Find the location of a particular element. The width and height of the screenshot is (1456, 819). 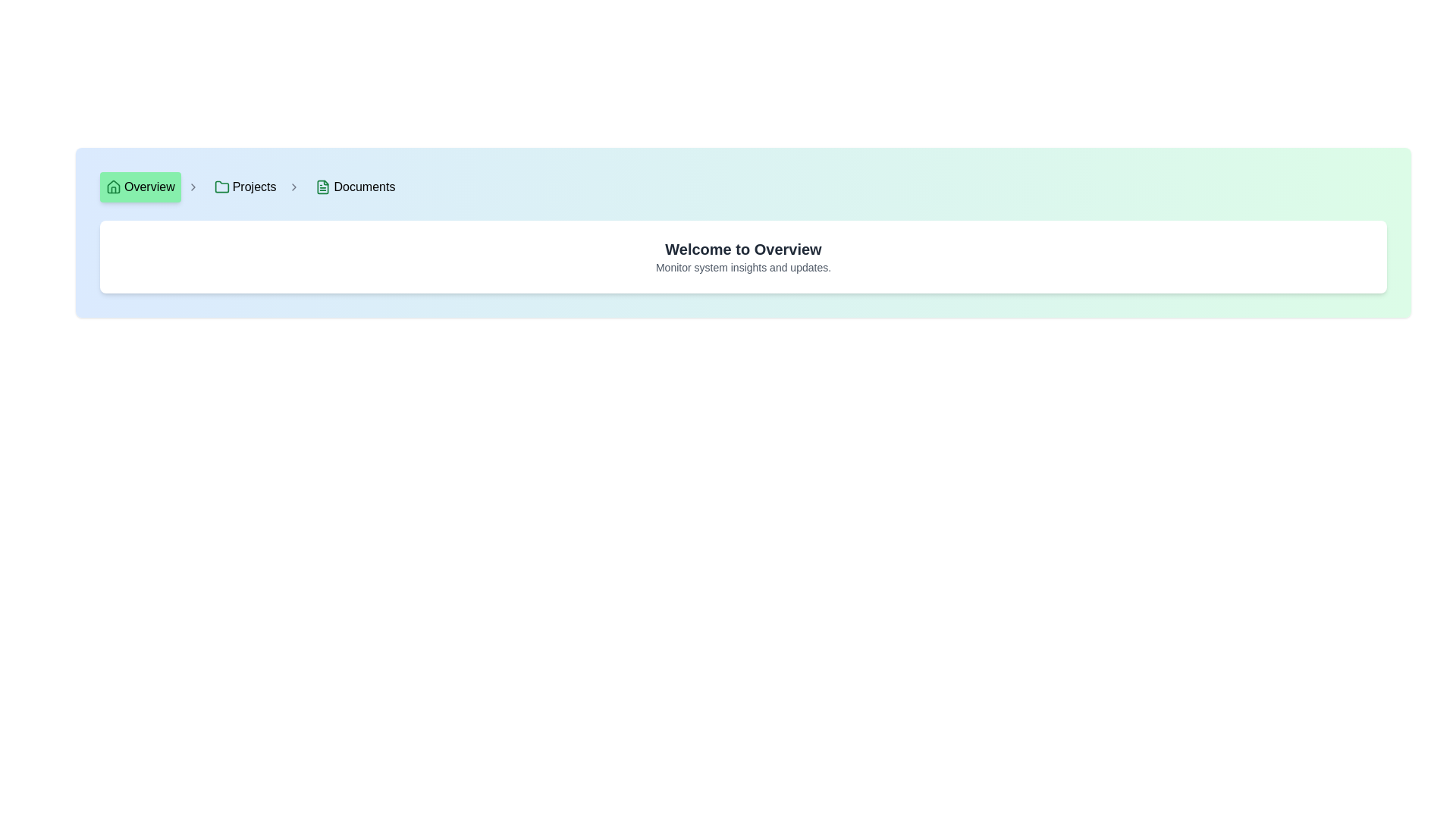

the navigation button for accessing the 'Overview' section of the application, which is the first item in the top navigation bar is located at coordinates (149, 186).